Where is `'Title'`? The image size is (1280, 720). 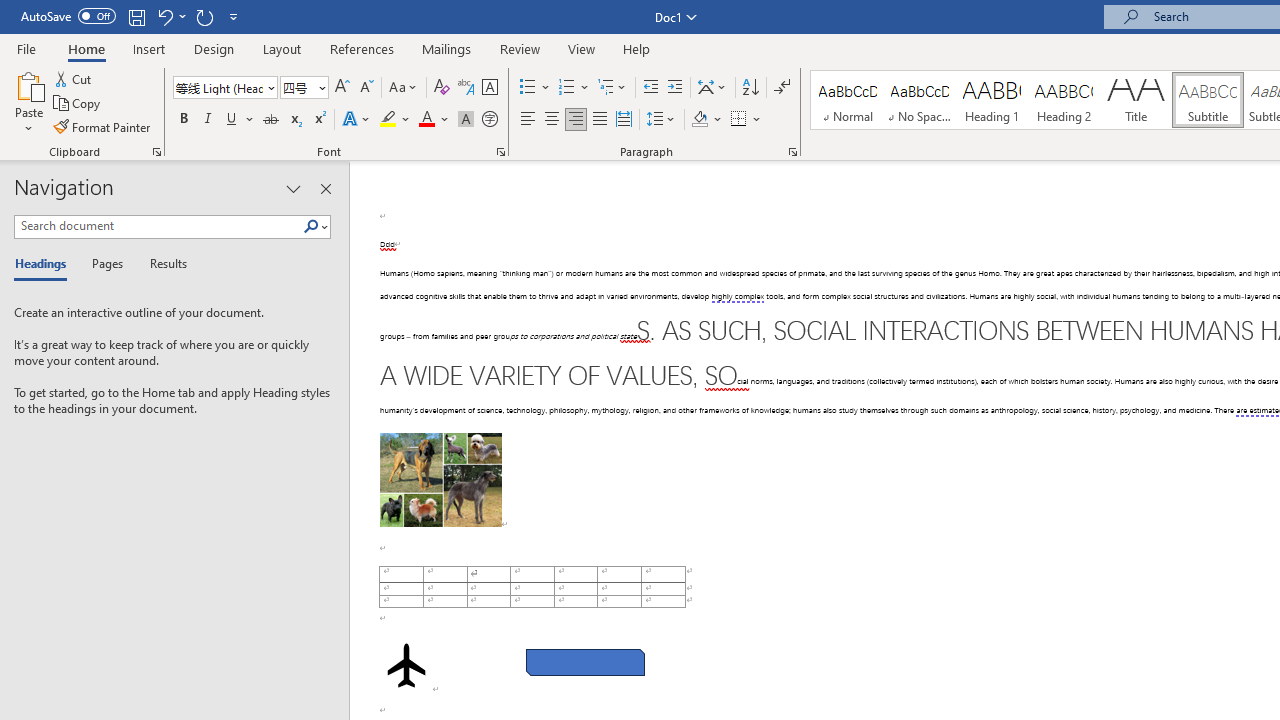
'Title' is located at coordinates (1136, 100).